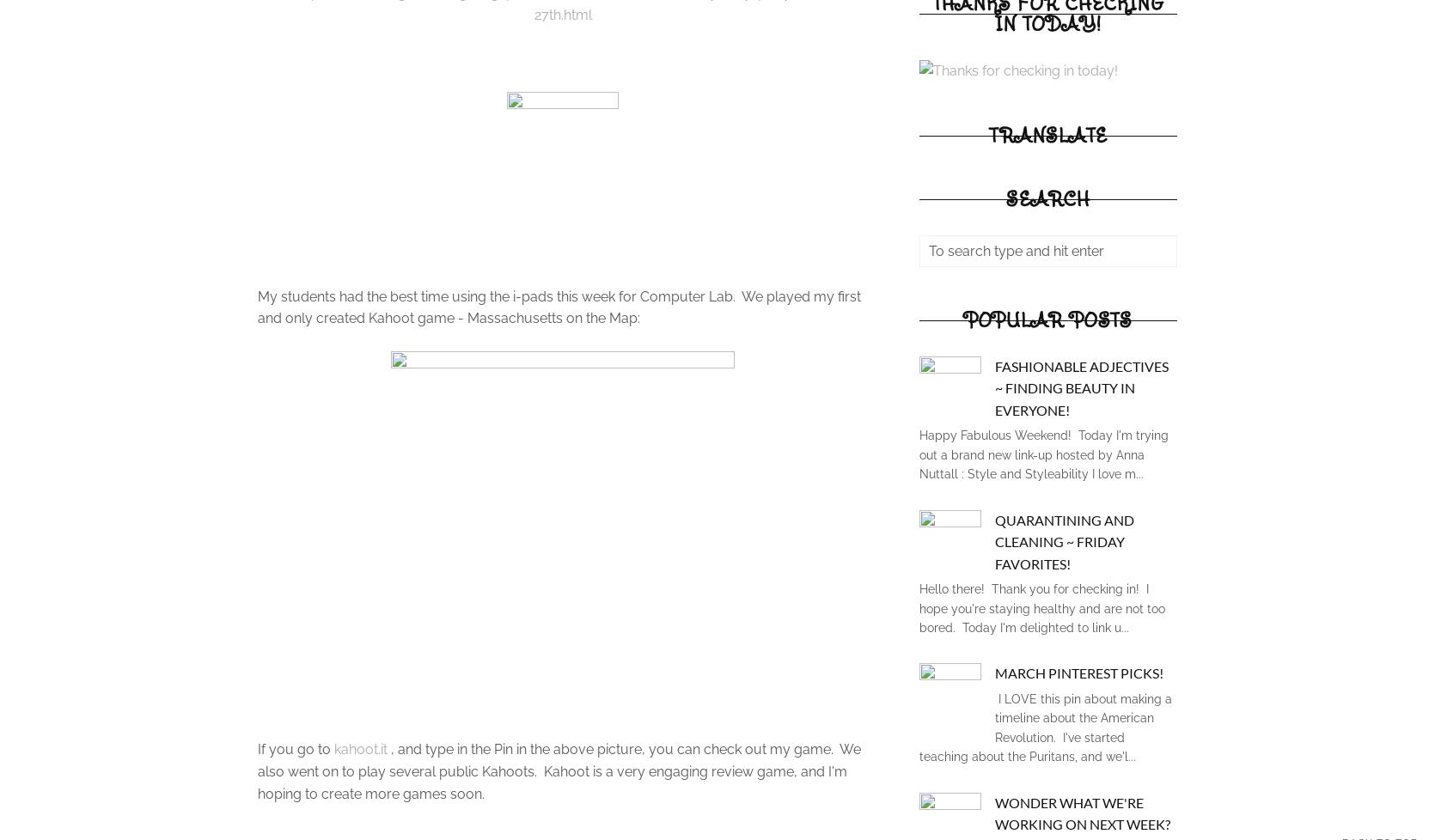 The image size is (1435, 840). What do you see at coordinates (1045, 727) in the screenshot?
I see `'I LOVE this pin about making a timeline about the American Revolution.  I've started teaching about the Puritans, and we'l...'` at bounding box center [1045, 727].